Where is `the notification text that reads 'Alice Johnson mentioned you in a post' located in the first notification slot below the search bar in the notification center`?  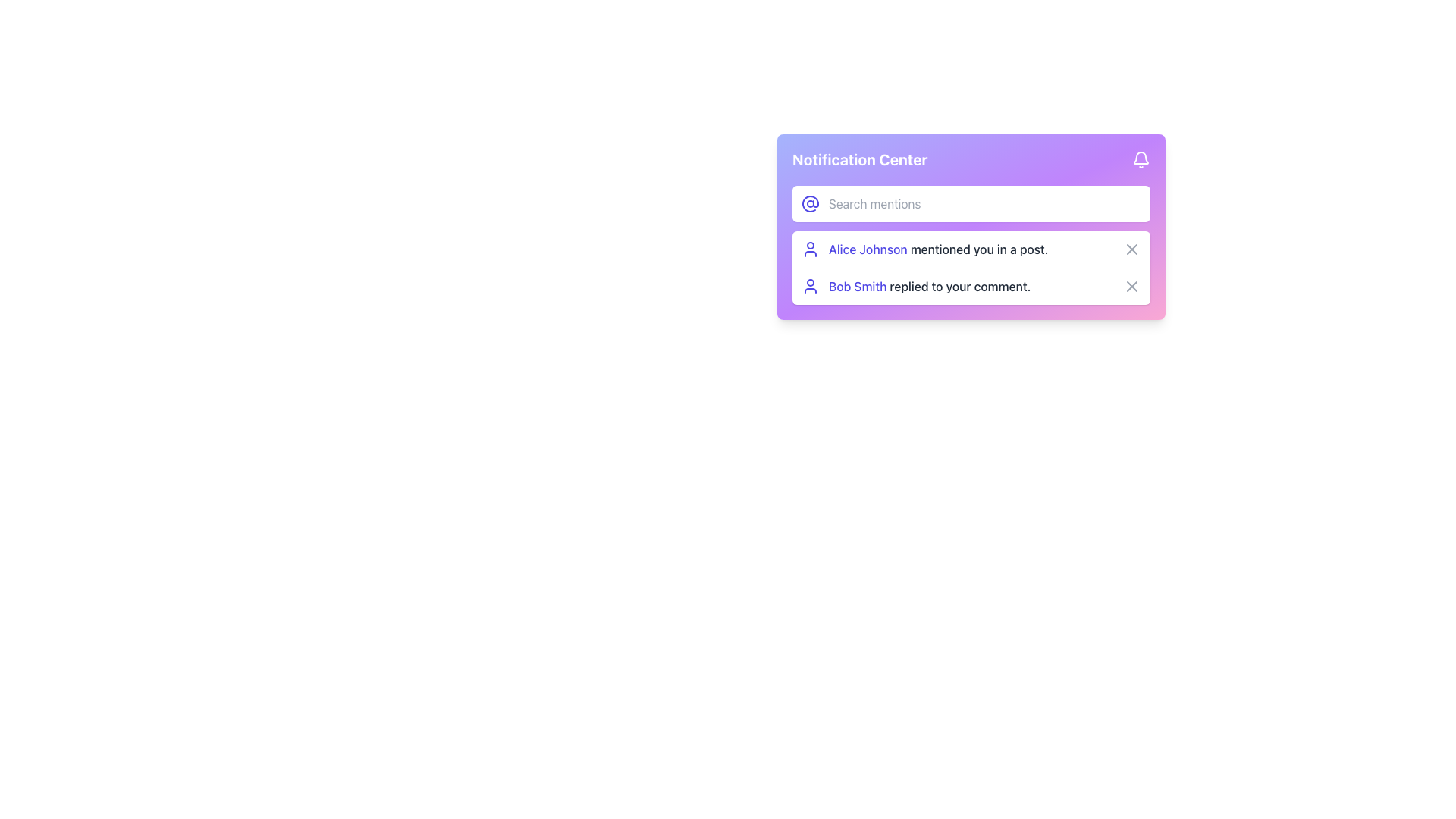 the notification text that reads 'Alice Johnson mentioned you in a post' located in the first notification slot below the search bar in the notification center is located at coordinates (868, 248).